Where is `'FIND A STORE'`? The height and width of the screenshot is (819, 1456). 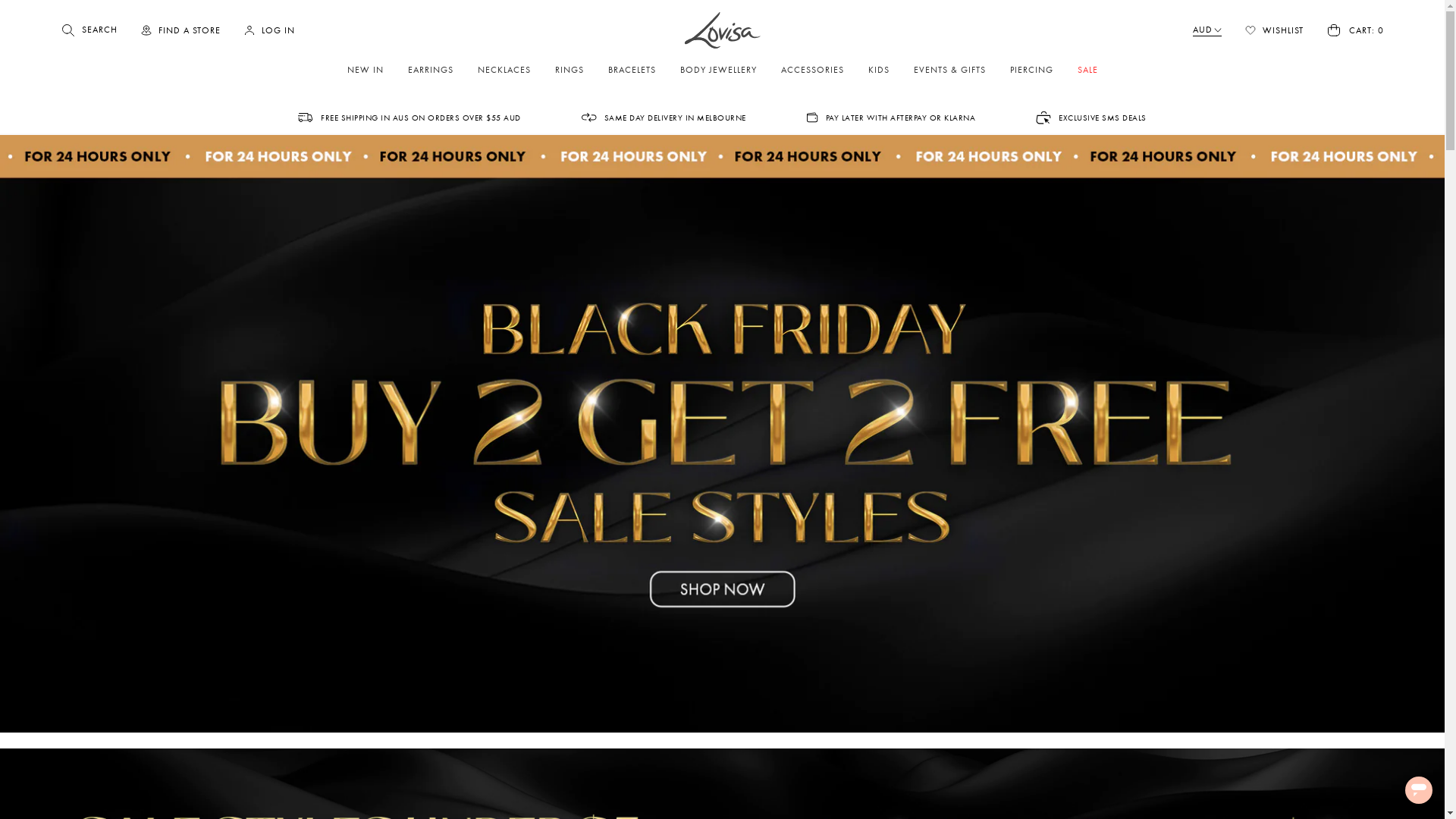 'FIND A STORE' is located at coordinates (180, 30).